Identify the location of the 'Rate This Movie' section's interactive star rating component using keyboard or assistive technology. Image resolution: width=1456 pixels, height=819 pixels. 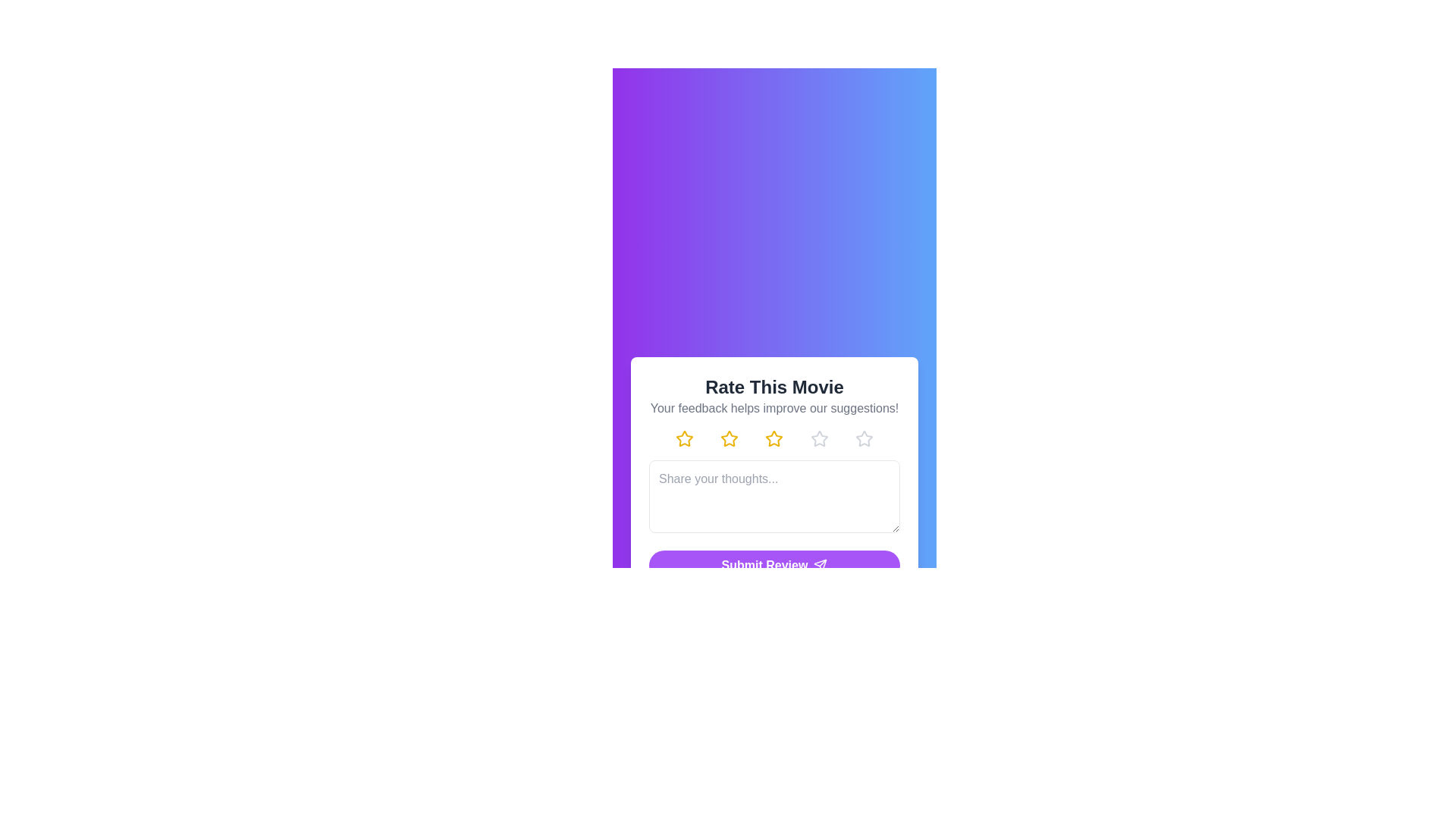
(774, 438).